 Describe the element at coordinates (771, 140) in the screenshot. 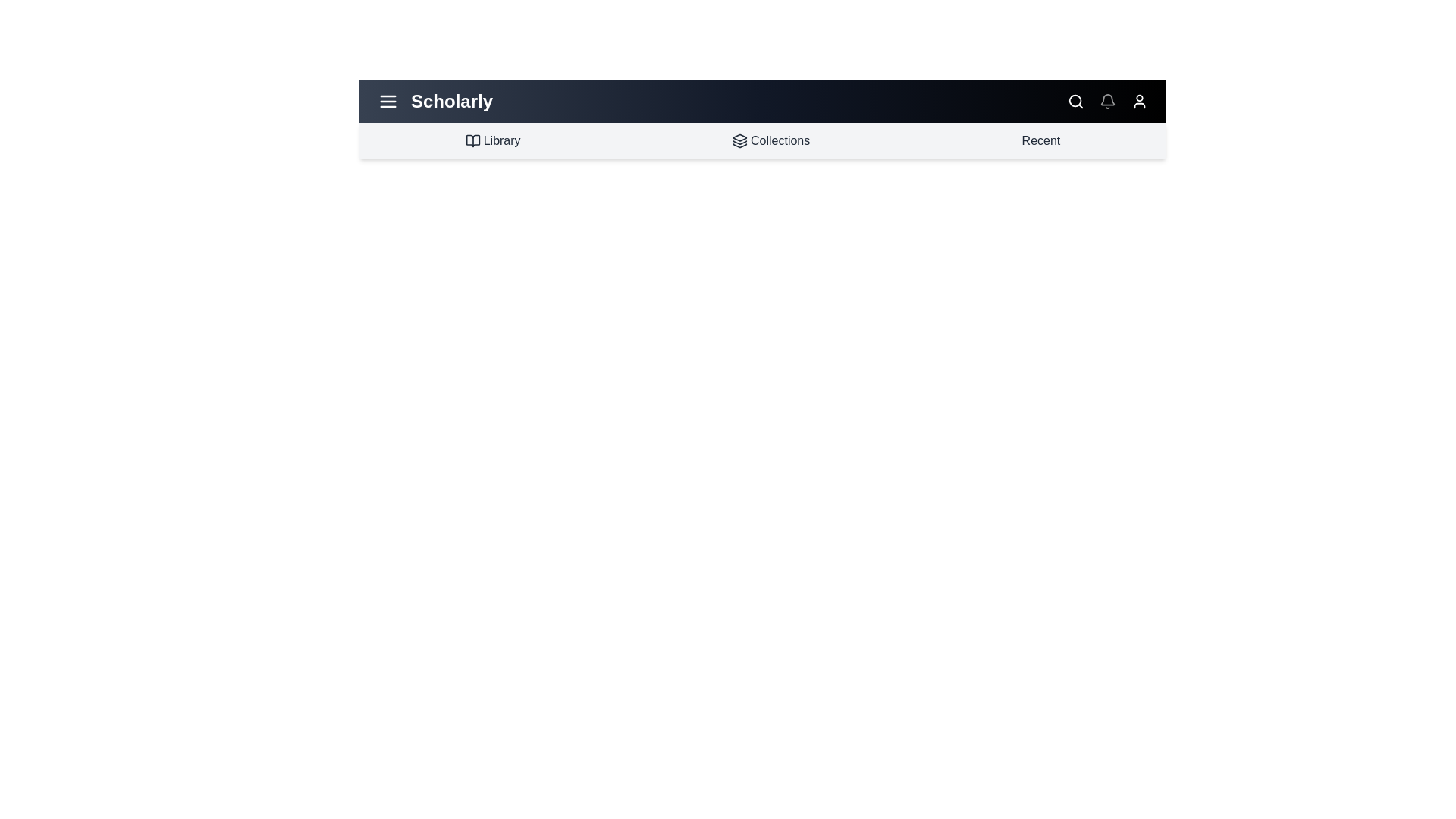

I see `the 'Collections' link in the navigation bar` at that location.